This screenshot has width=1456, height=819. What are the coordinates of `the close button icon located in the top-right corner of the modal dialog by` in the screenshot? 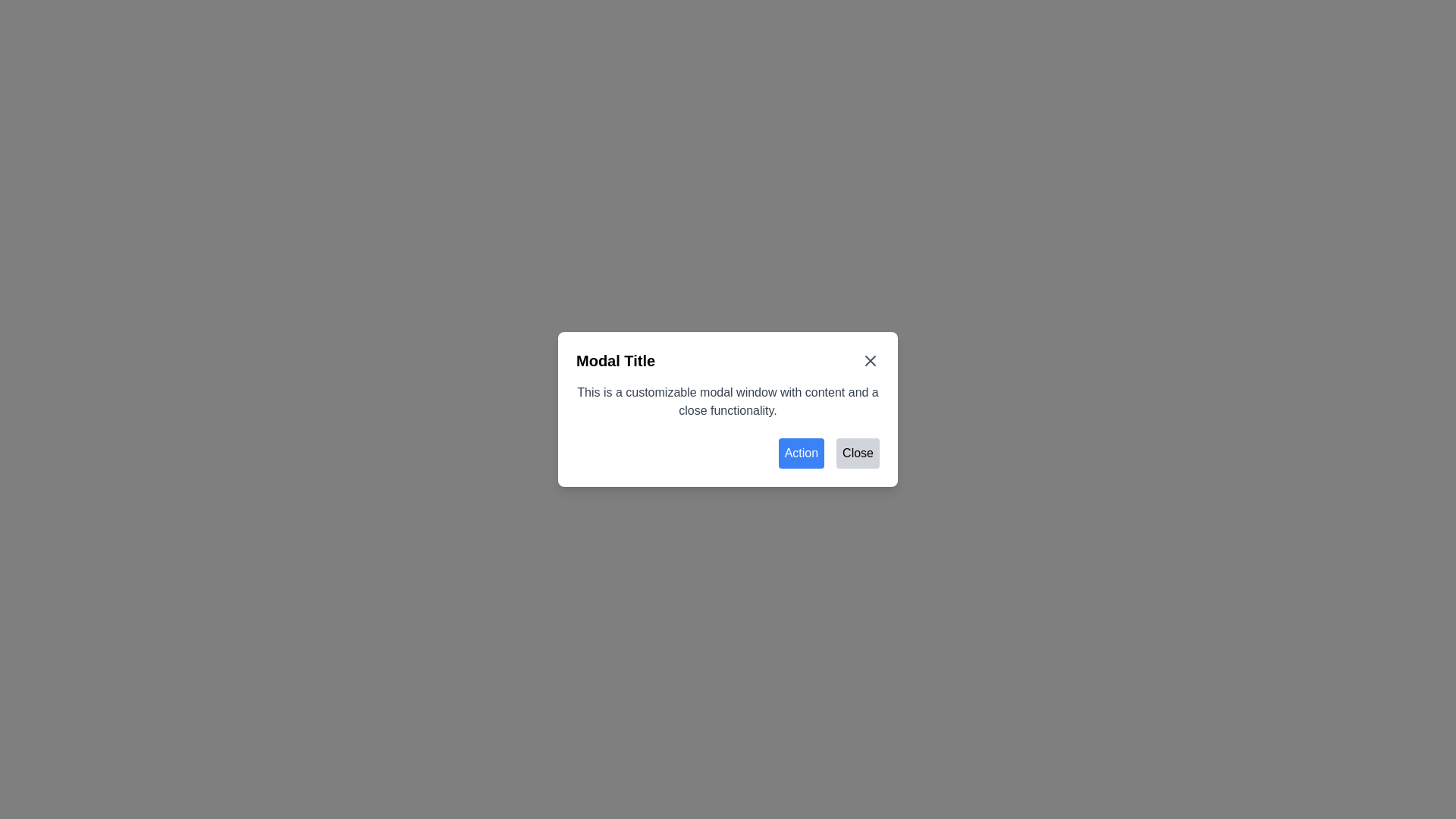 It's located at (870, 360).